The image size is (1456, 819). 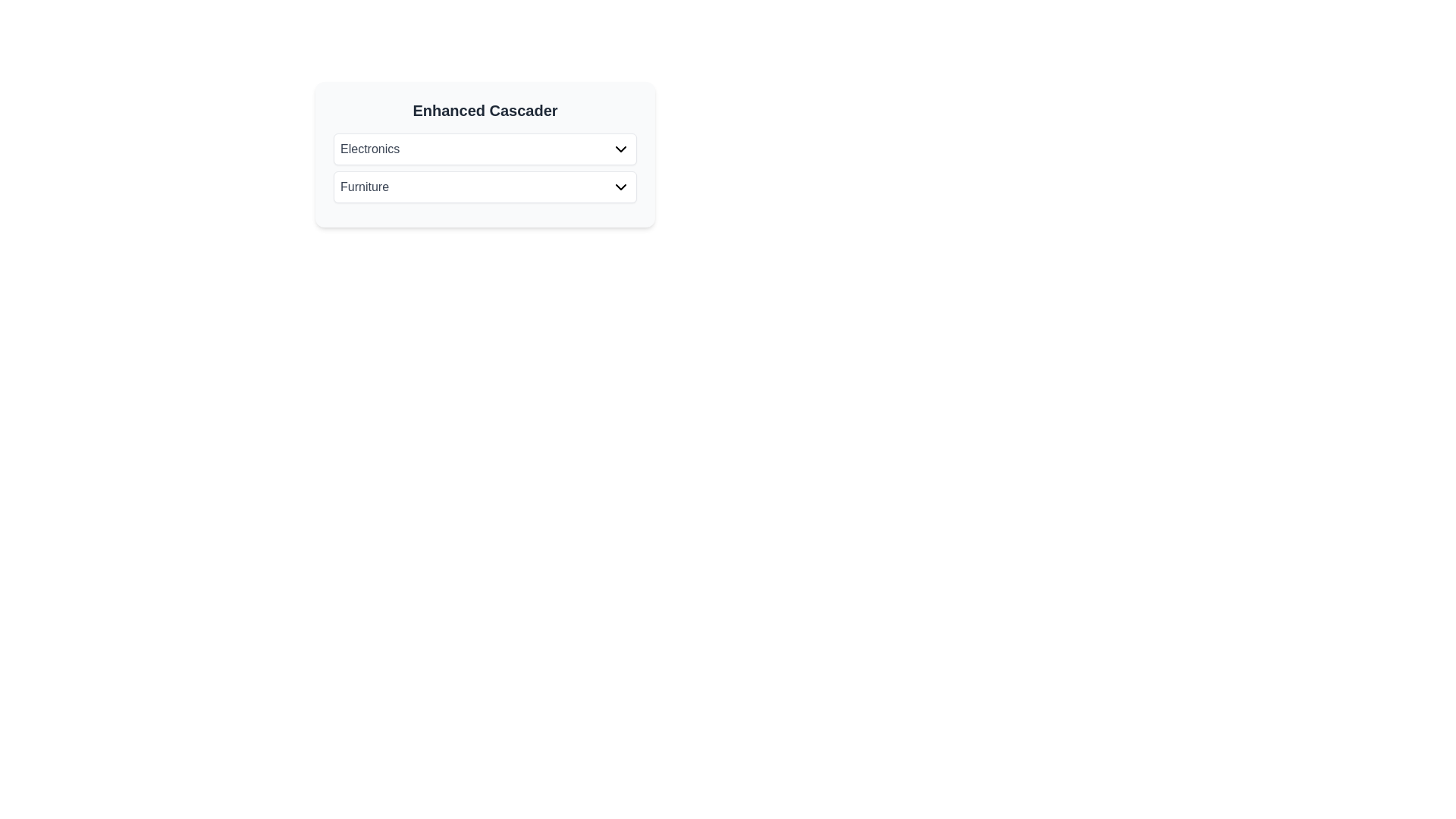 What do you see at coordinates (621, 186) in the screenshot?
I see `the chevron-down SVG icon` at bounding box center [621, 186].